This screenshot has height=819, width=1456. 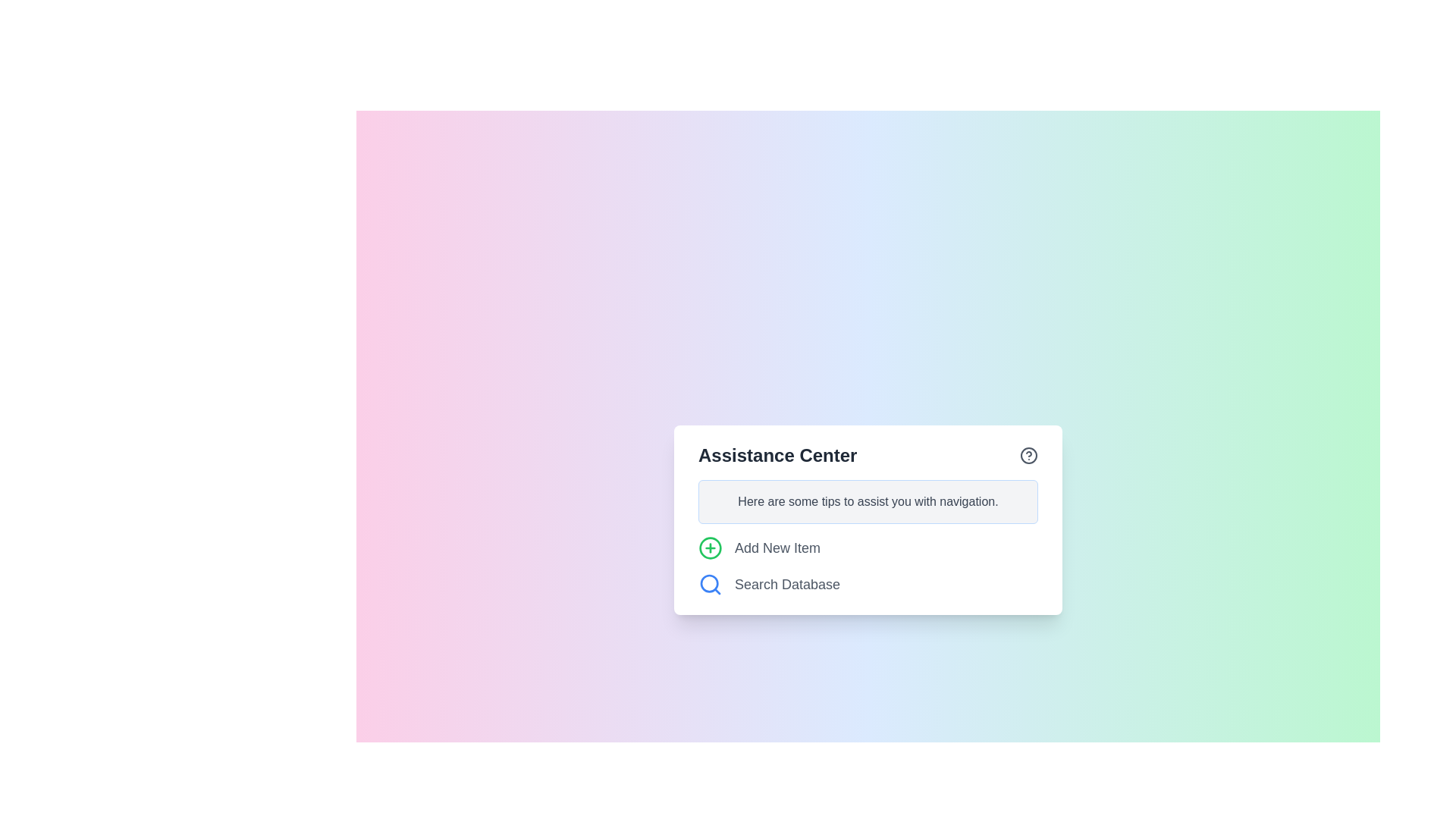 I want to click on the informational message box that contains the text 'Here are some tips to assist you with navigation.', so click(x=868, y=502).